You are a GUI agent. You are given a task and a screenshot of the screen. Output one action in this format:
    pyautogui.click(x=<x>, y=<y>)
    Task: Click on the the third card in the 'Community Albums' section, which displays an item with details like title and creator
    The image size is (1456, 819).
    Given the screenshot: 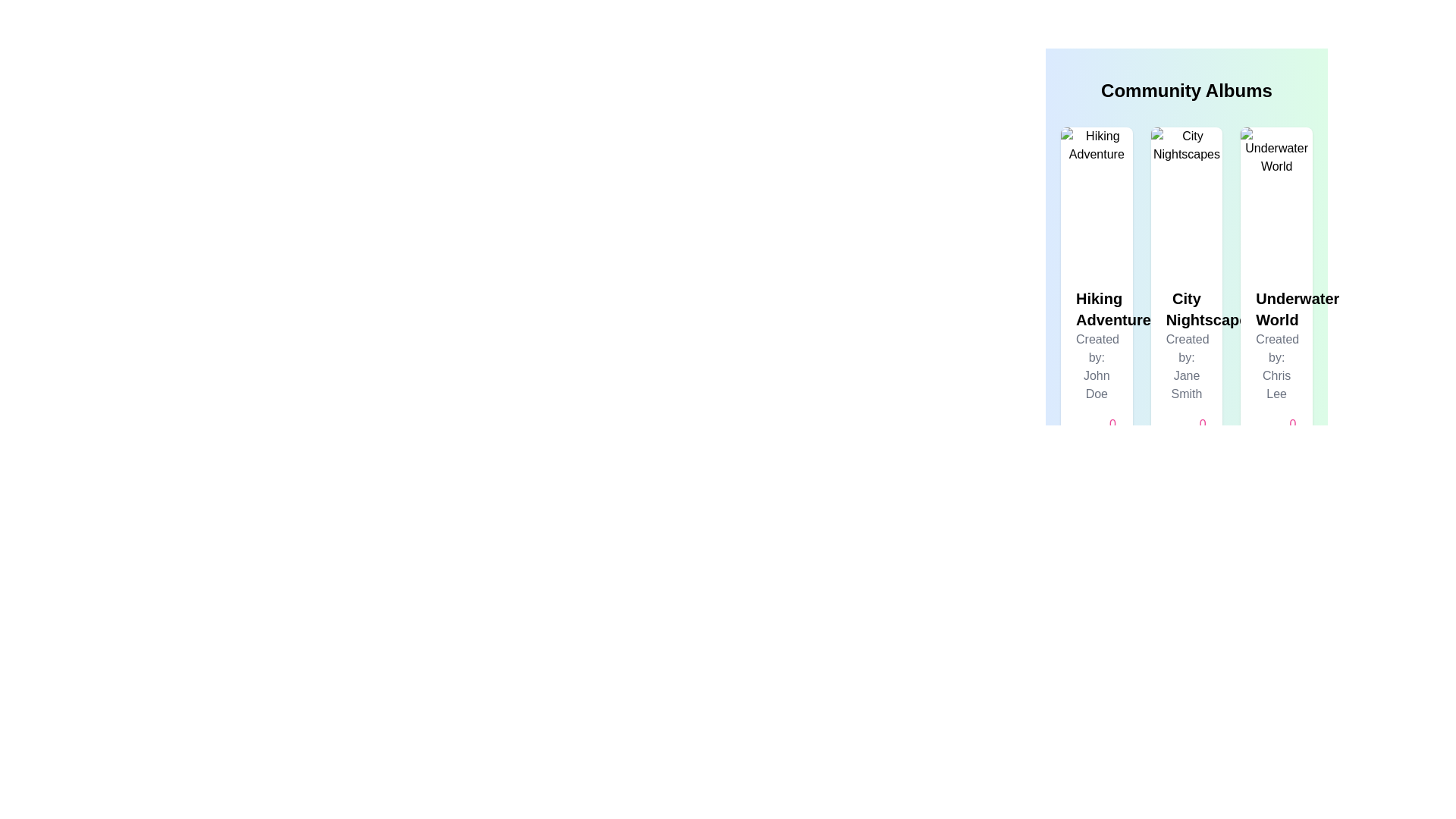 What is the action you would take?
    pyautogui.click(x=1276, y=297)
    